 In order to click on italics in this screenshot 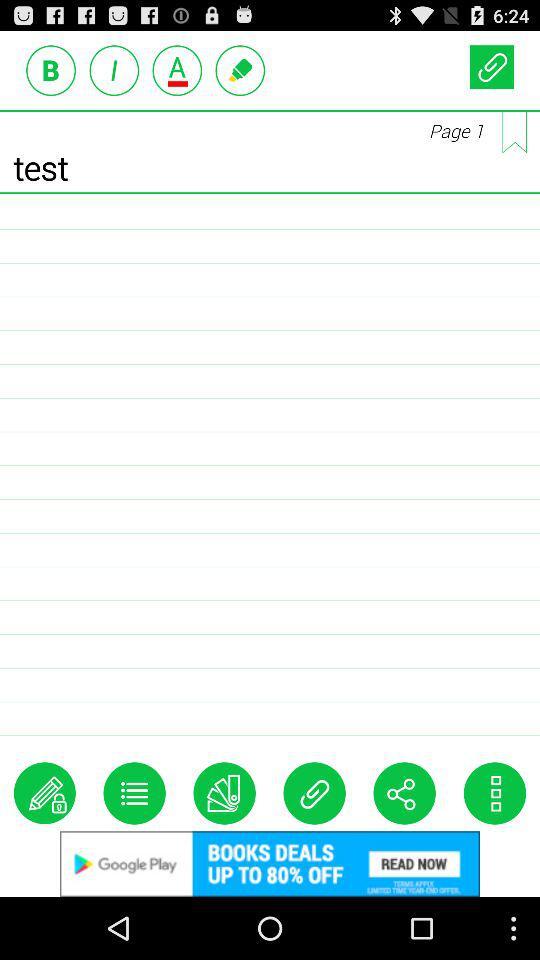, I will do `click(114, 70)`.